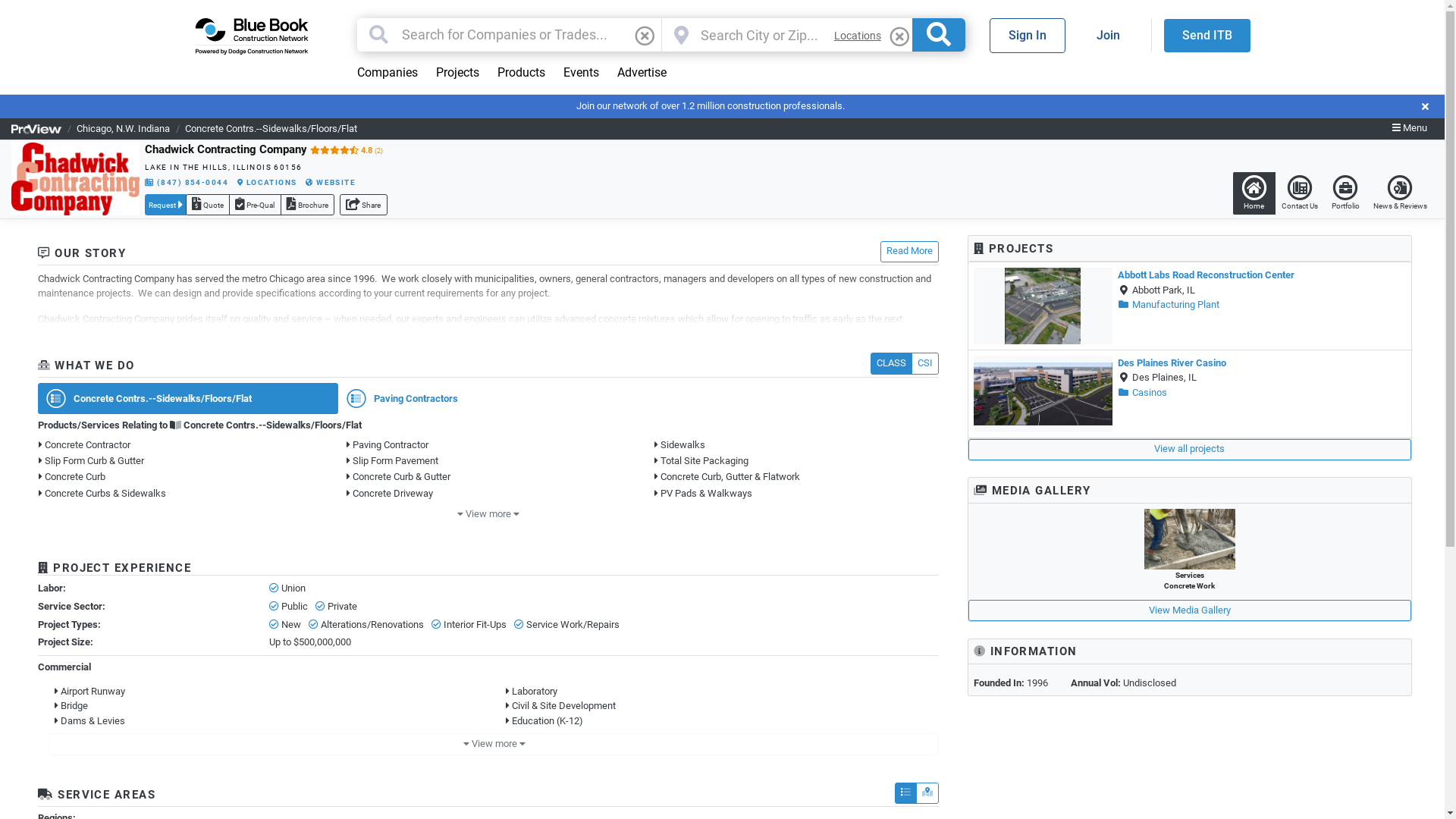 The height and width of the screenshot is (819, 1456). I want to click on '(847) 854-0044', so click(145, 181).